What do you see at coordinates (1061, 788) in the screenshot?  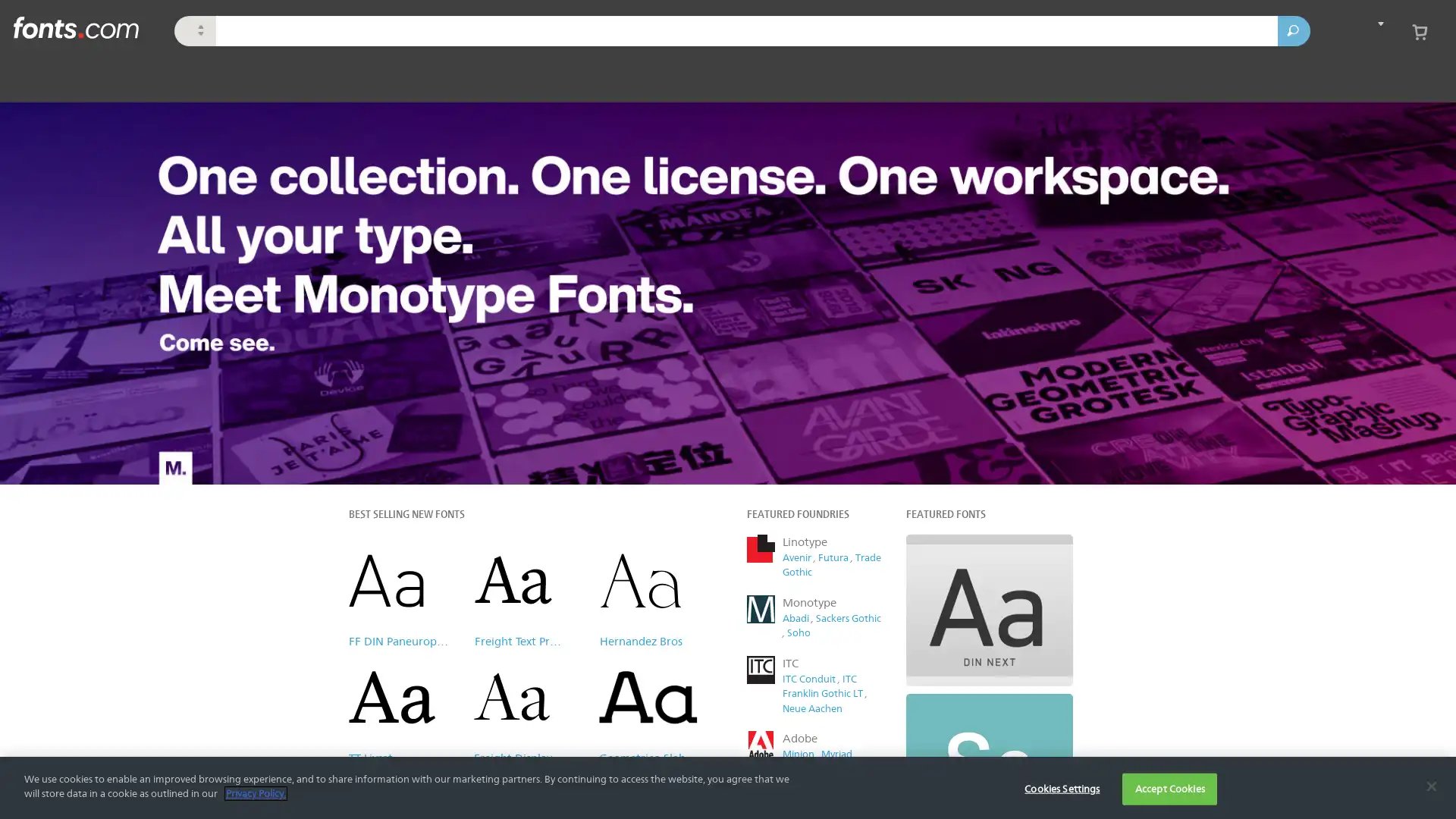 I see `Cookies Settings` at bounding box center [1061, 788].